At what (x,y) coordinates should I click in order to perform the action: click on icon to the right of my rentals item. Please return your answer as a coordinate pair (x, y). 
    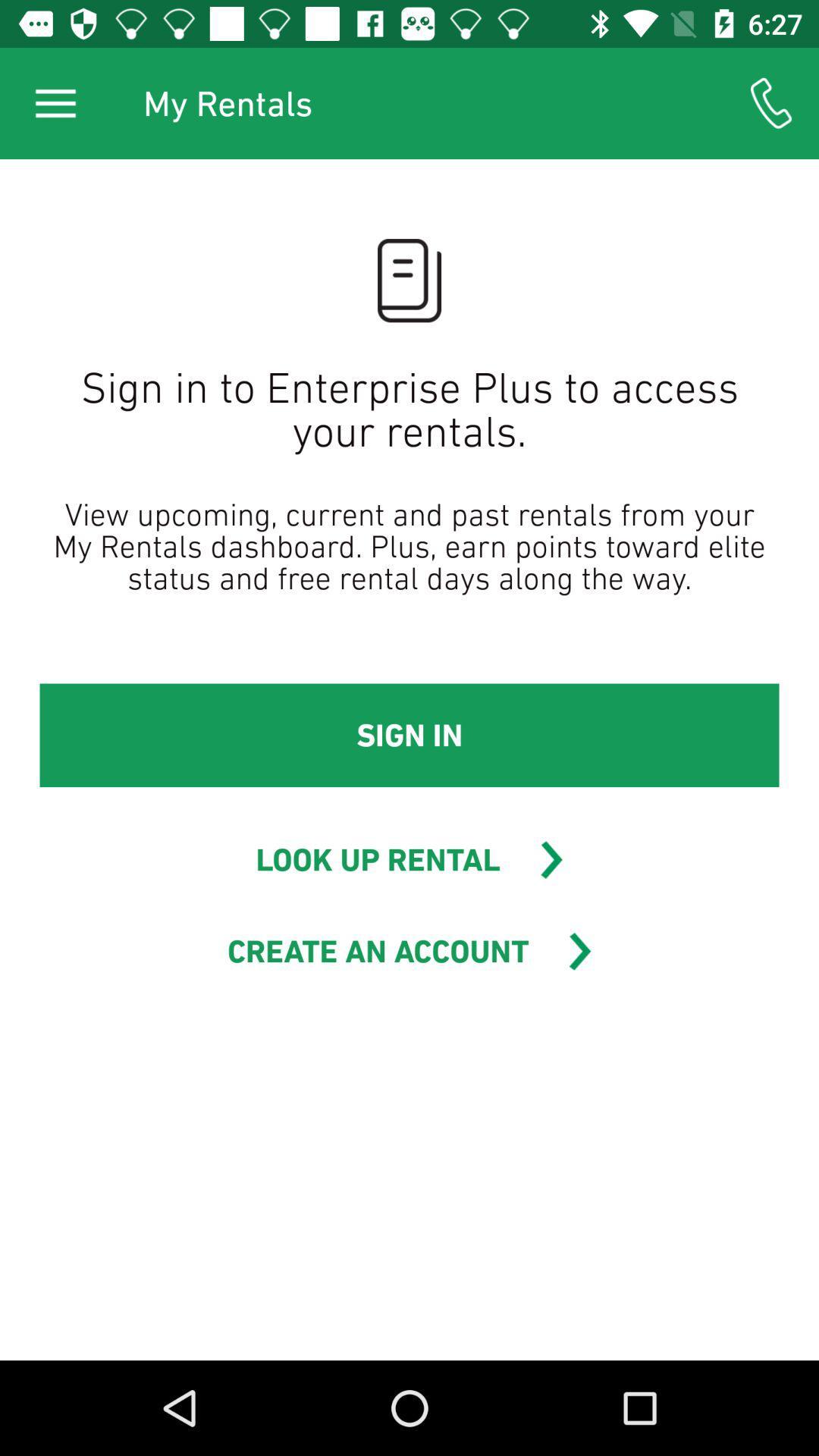
    Looking at the image, I should click on (771, 102).